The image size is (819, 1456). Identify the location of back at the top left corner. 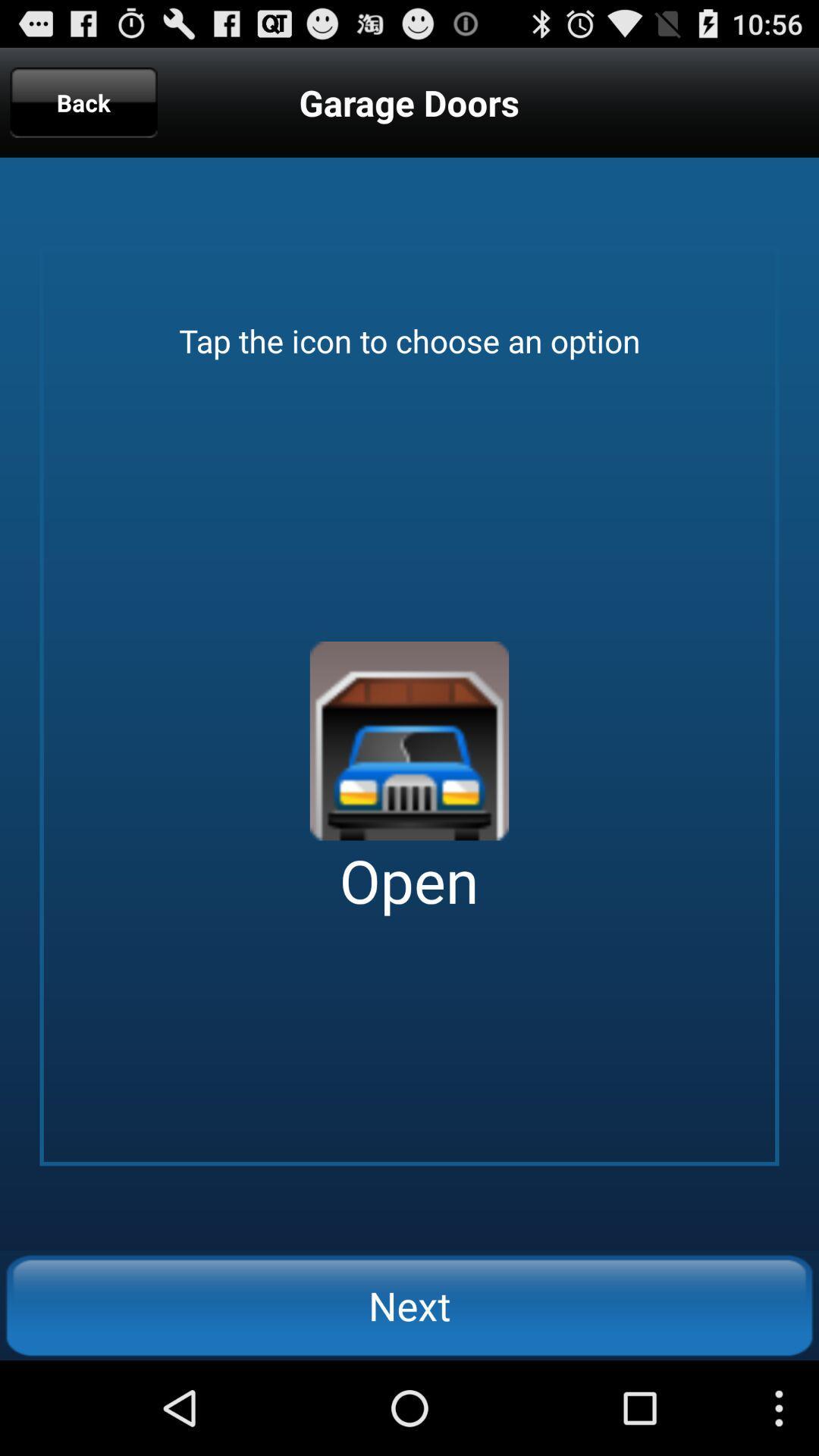
(83, 102).